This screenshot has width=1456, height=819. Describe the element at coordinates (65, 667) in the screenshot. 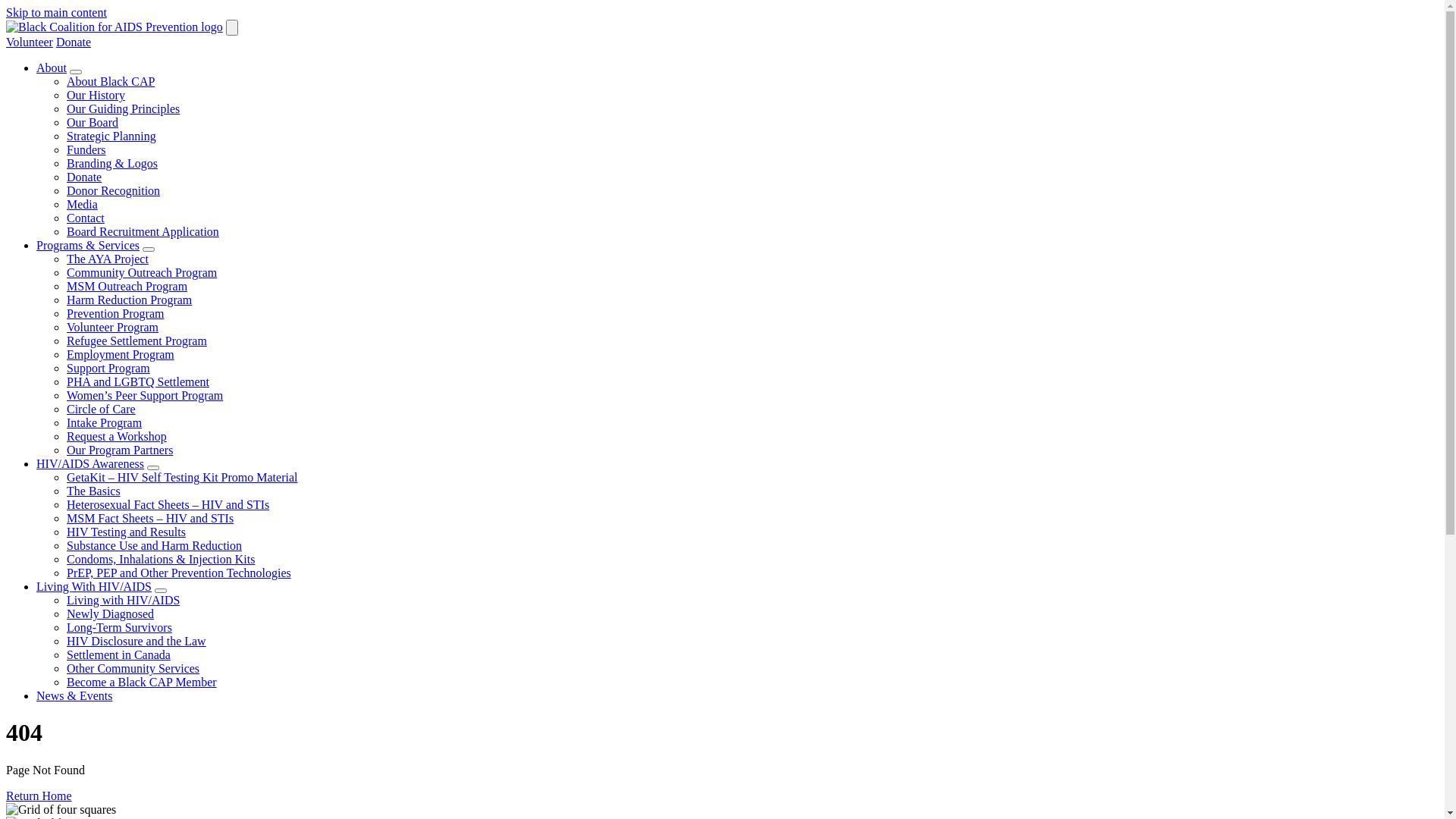

I see `'Other Community Services'` at that location.